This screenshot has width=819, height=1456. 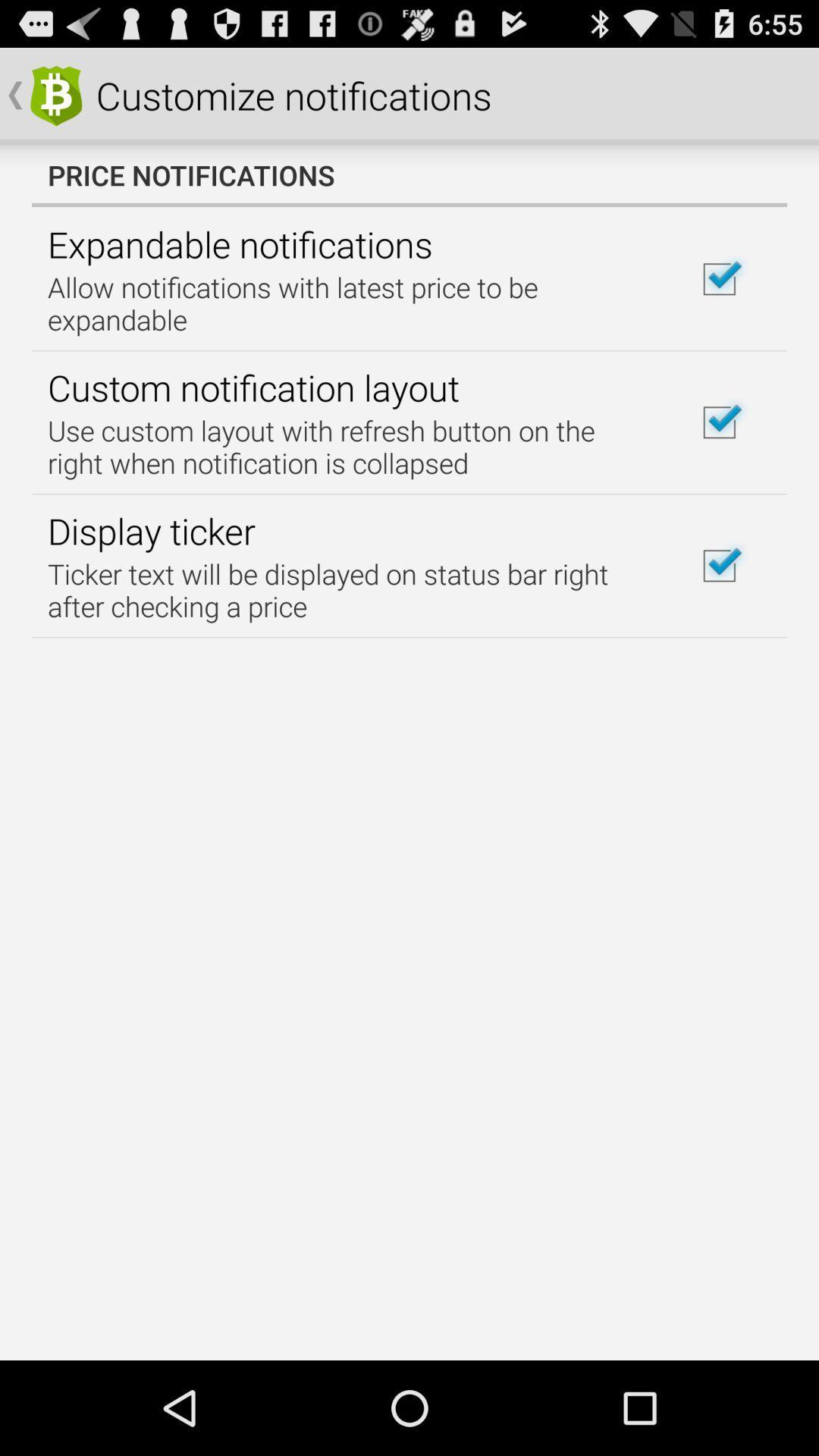 I want to click on icon above the custom notification layout icon, so click(x=351, y=303).